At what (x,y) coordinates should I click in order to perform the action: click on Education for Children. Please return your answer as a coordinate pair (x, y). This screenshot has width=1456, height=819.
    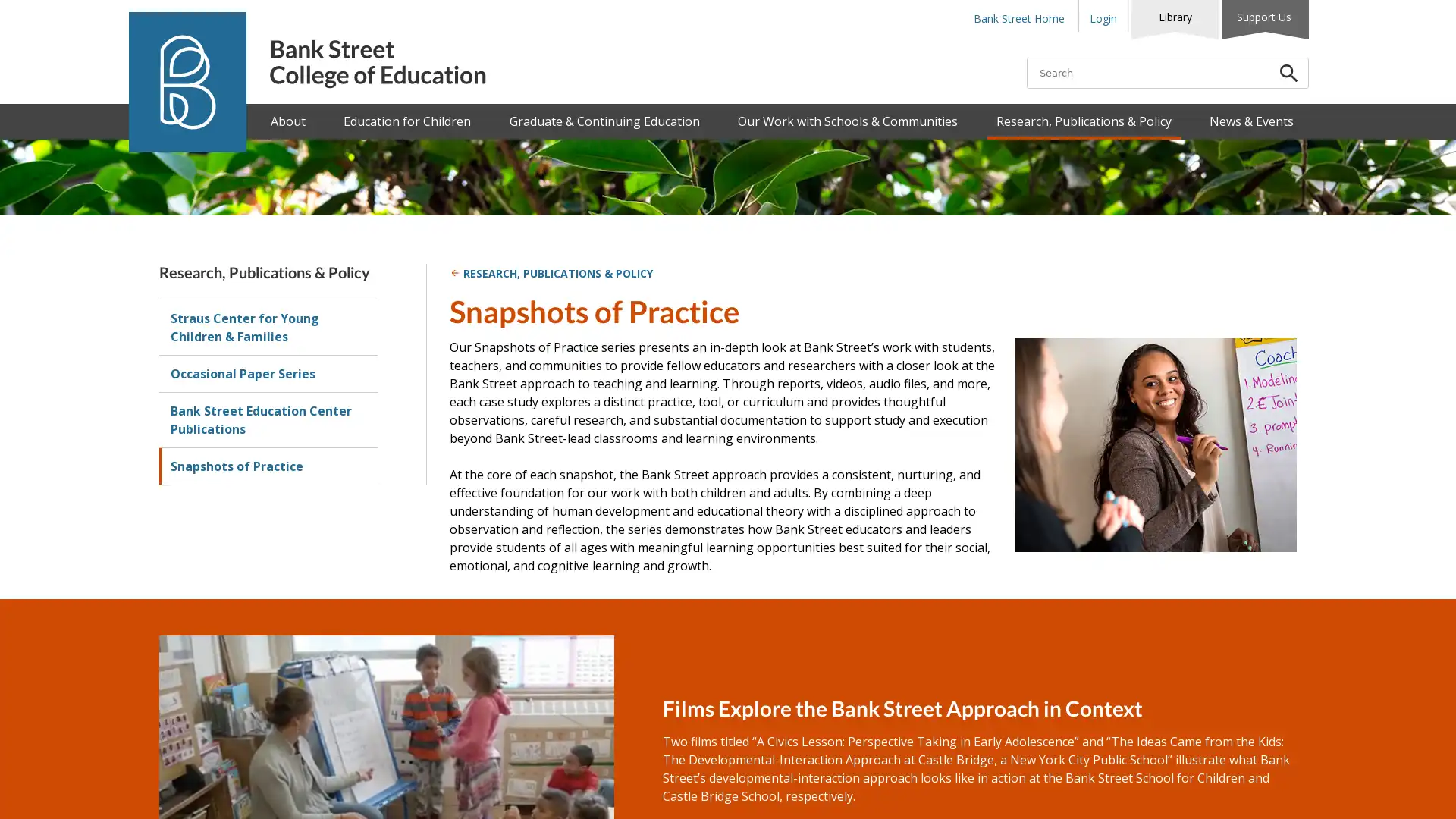
    Looking at the image, I should click on (407, 121).